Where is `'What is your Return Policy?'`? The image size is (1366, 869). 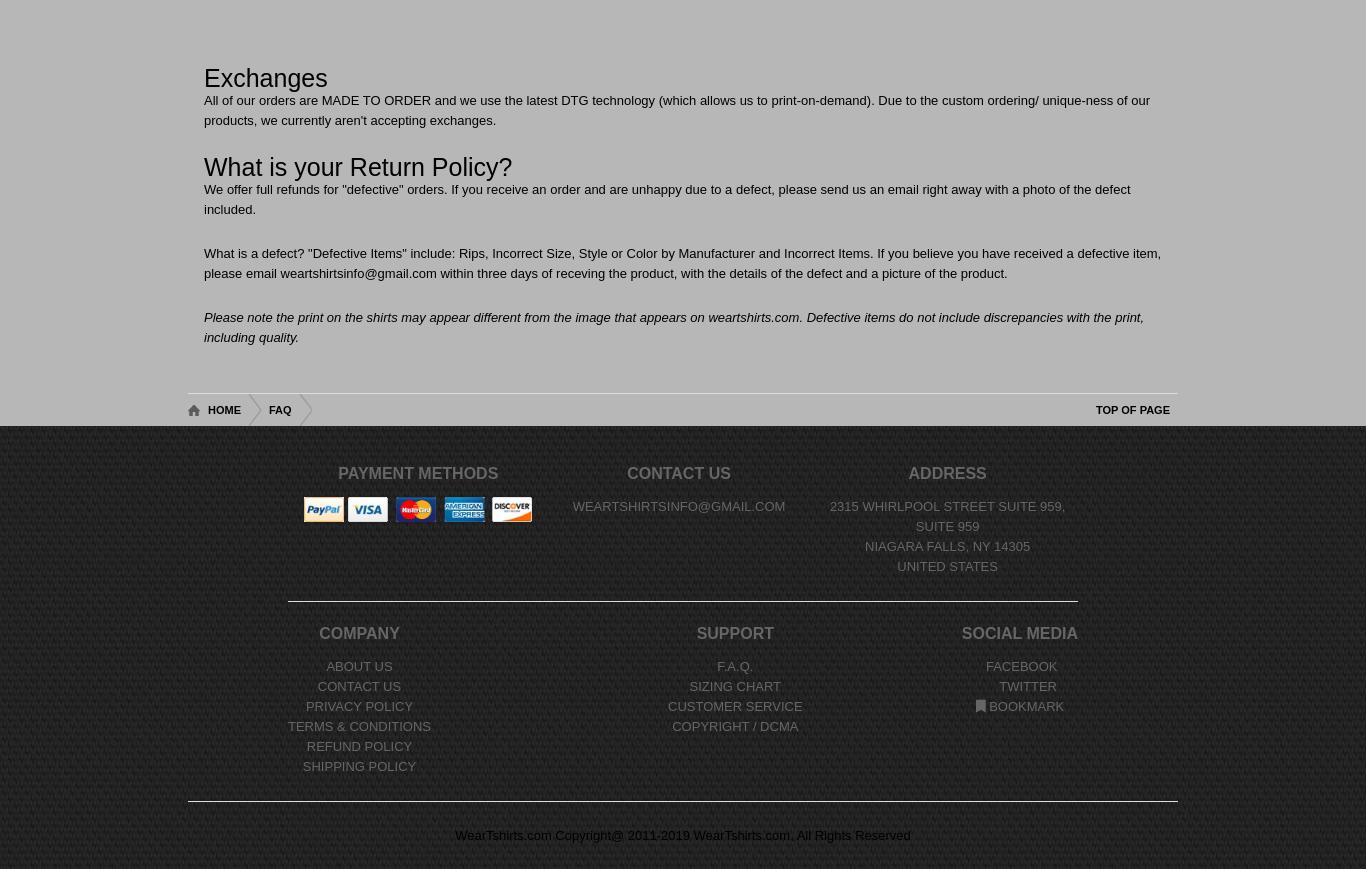
'What is your Return Policy?' is located at coordinates (357, 166).